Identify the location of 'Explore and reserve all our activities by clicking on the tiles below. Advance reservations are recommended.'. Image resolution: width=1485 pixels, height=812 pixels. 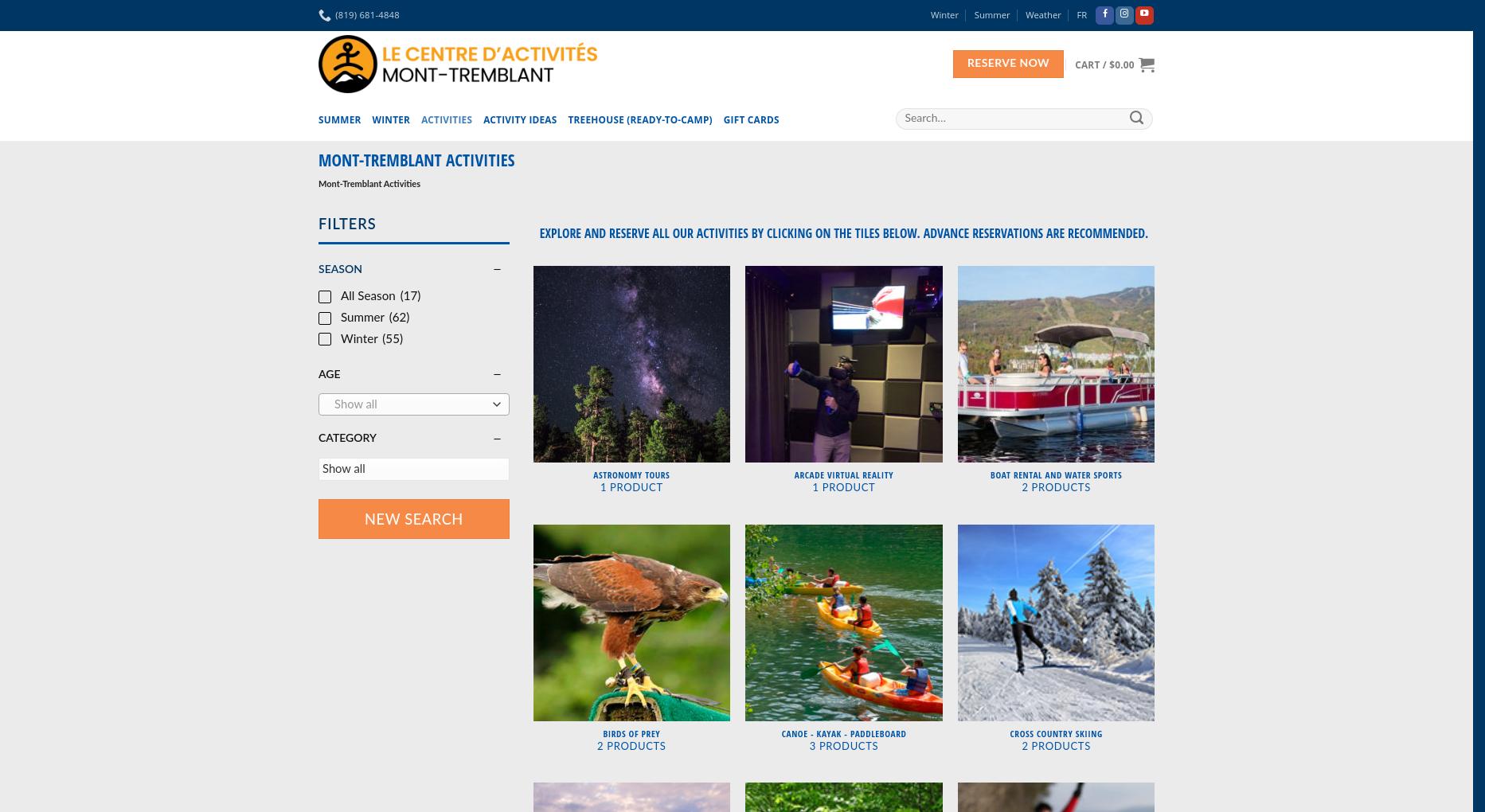
(843, 232).